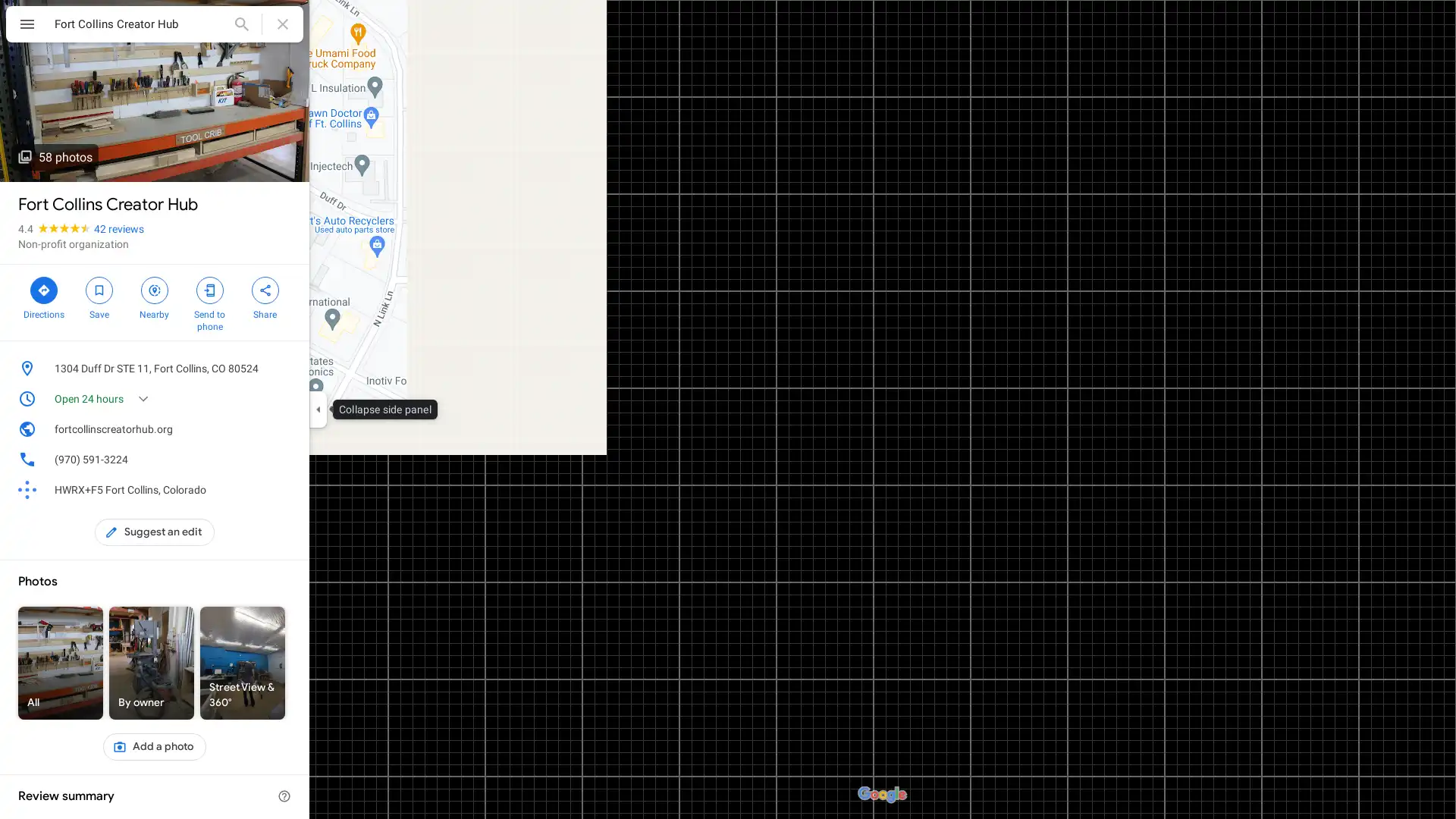 The image size is (1456, 819). I want to click on Non-profit organization, so click(72, 243).